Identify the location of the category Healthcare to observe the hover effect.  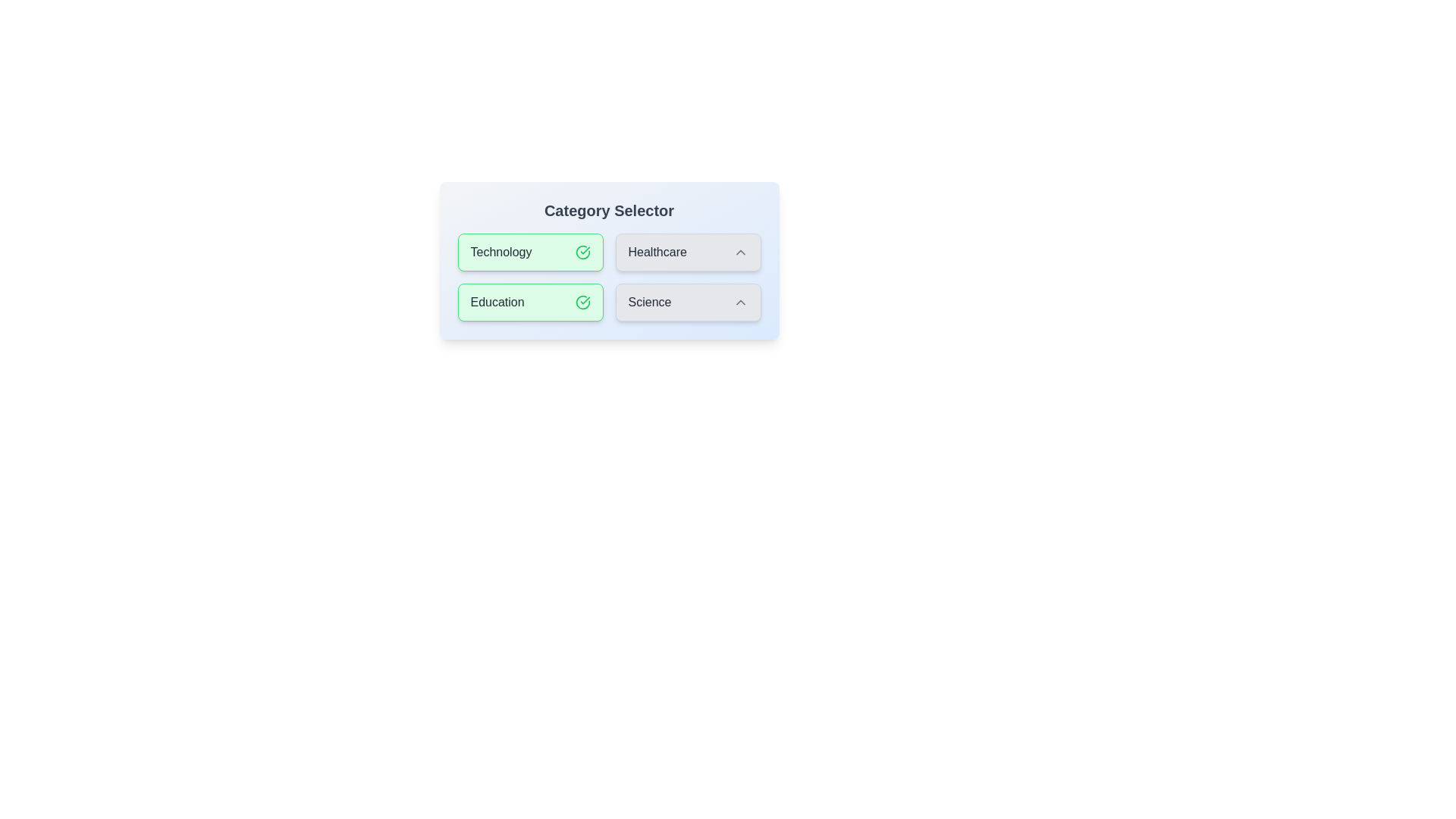
(687, 251).